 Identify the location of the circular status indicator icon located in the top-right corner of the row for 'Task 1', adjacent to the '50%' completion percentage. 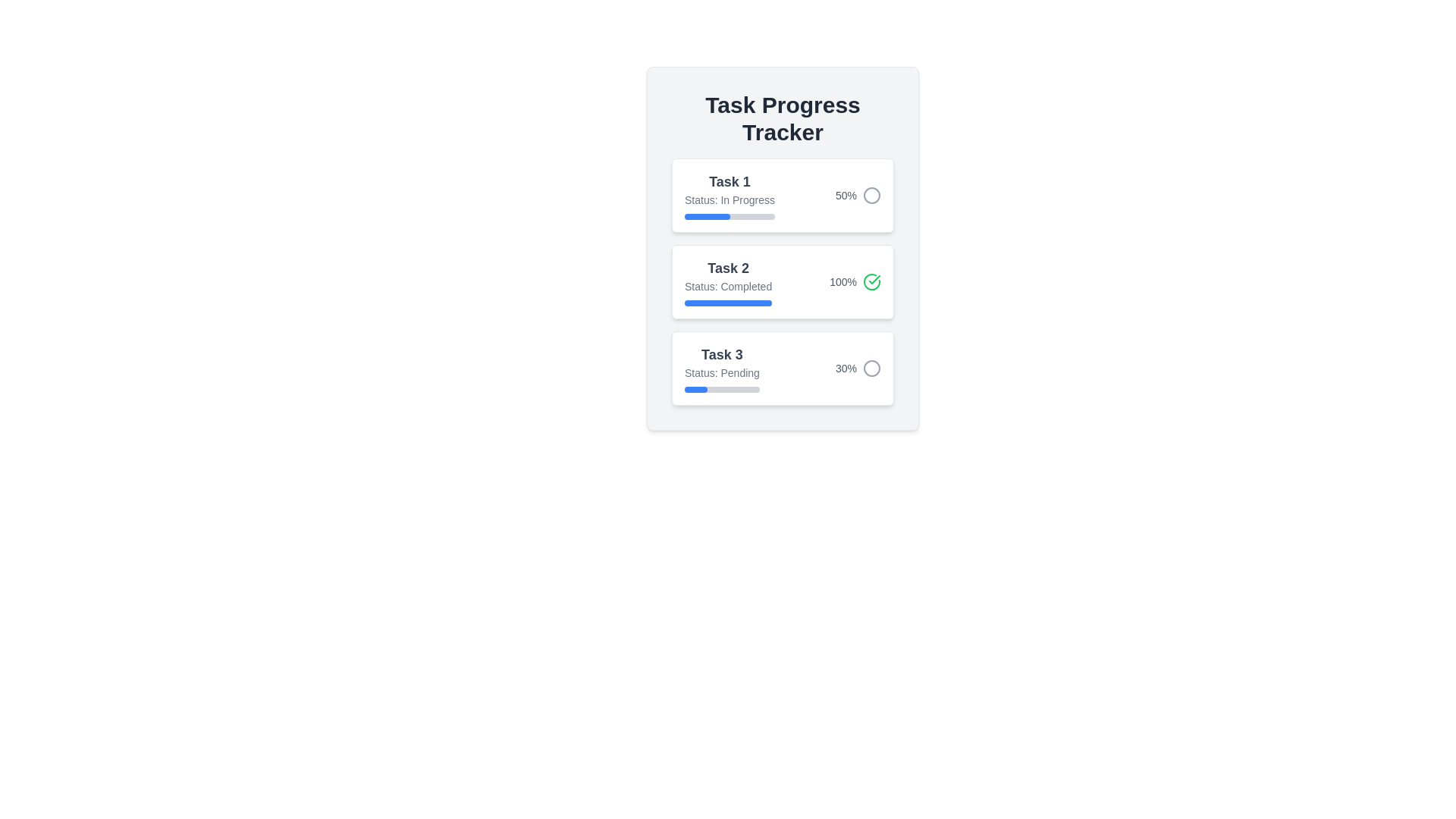
(872, 195).